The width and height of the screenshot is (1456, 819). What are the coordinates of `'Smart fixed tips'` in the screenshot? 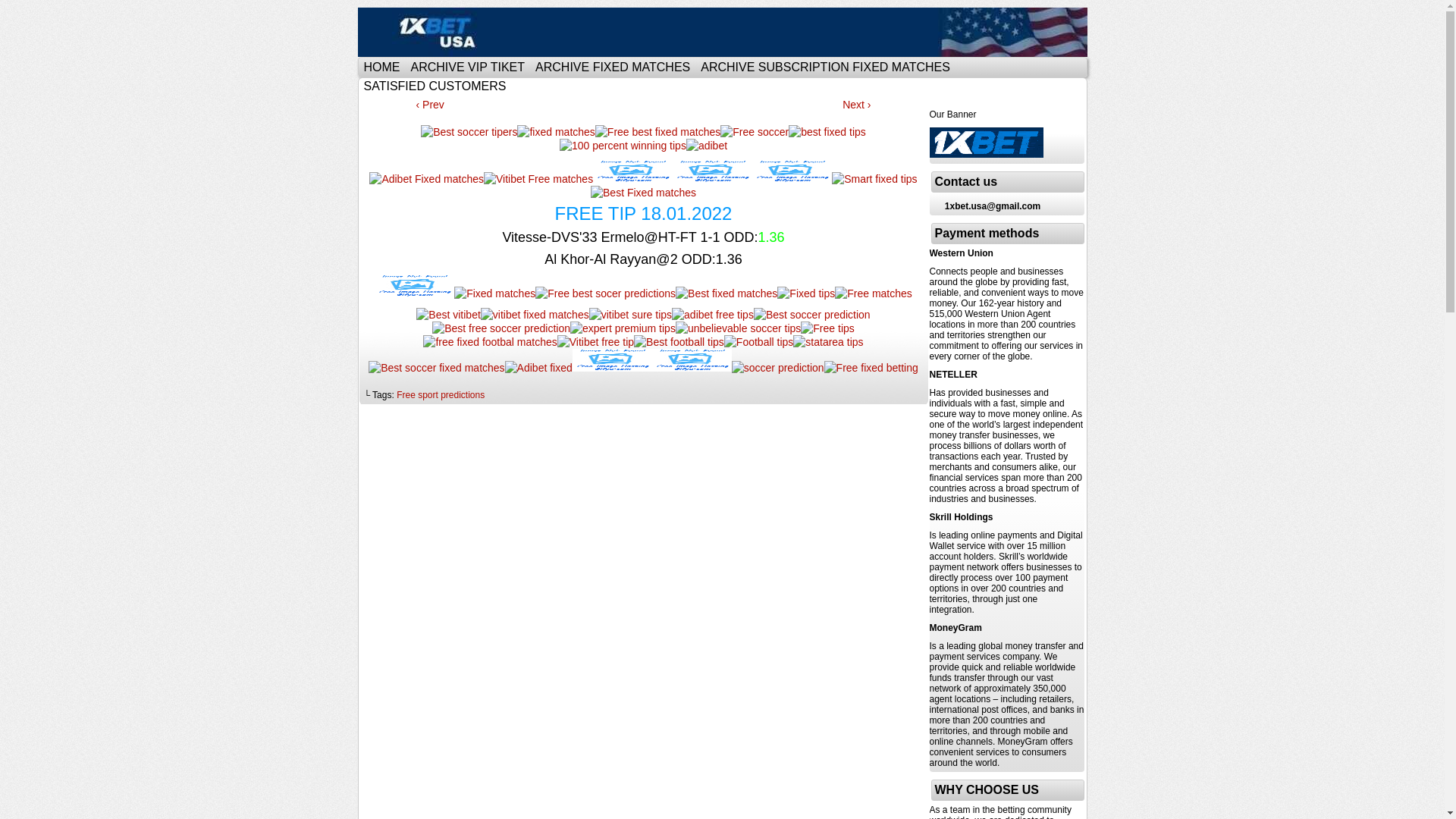 It's located at (874, 177).